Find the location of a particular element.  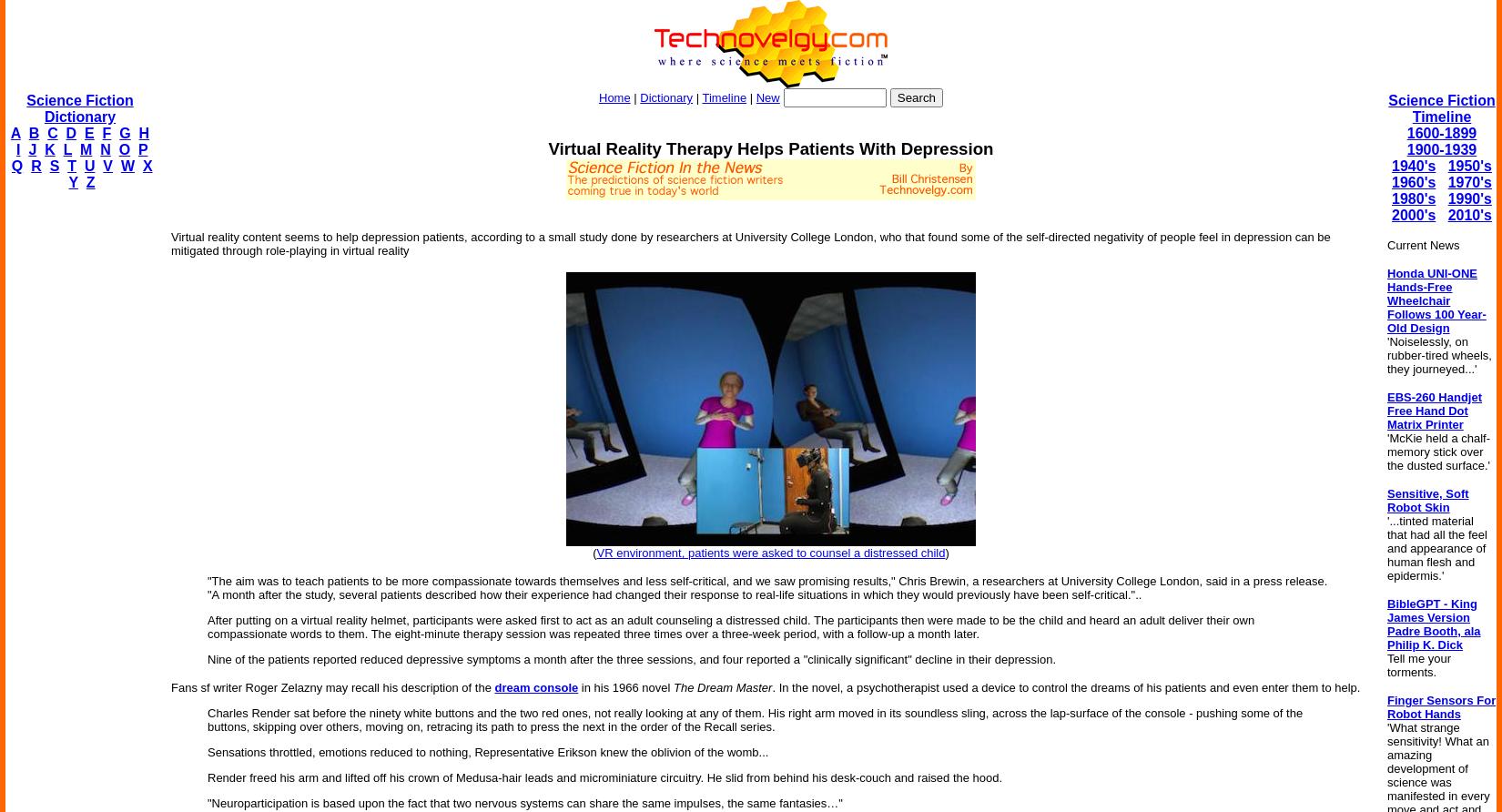

'A' is located at coordinates (15, 132).